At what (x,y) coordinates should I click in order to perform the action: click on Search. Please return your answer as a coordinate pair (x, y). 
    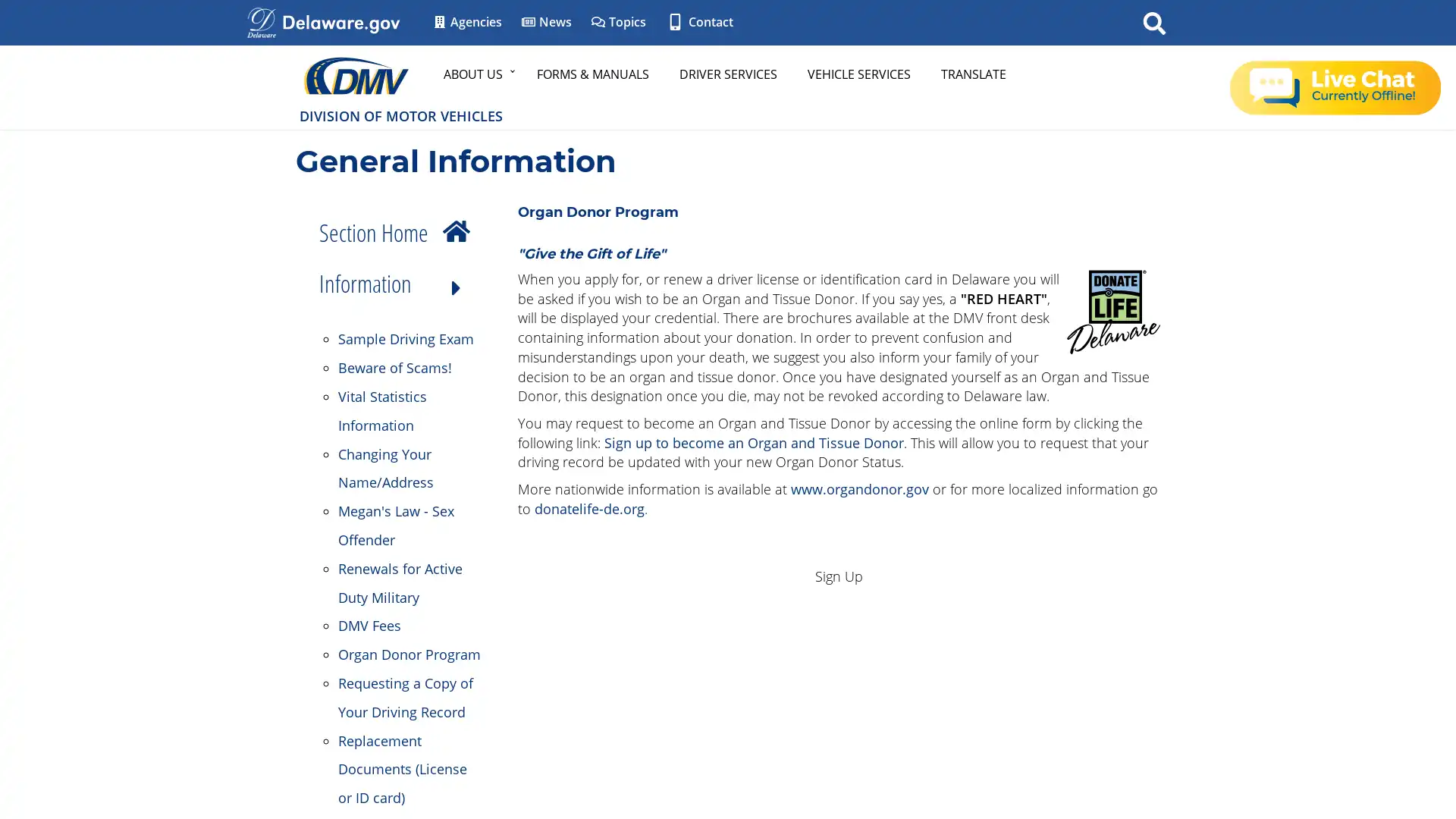
    Looking at the image, I should click on (1153, 22).